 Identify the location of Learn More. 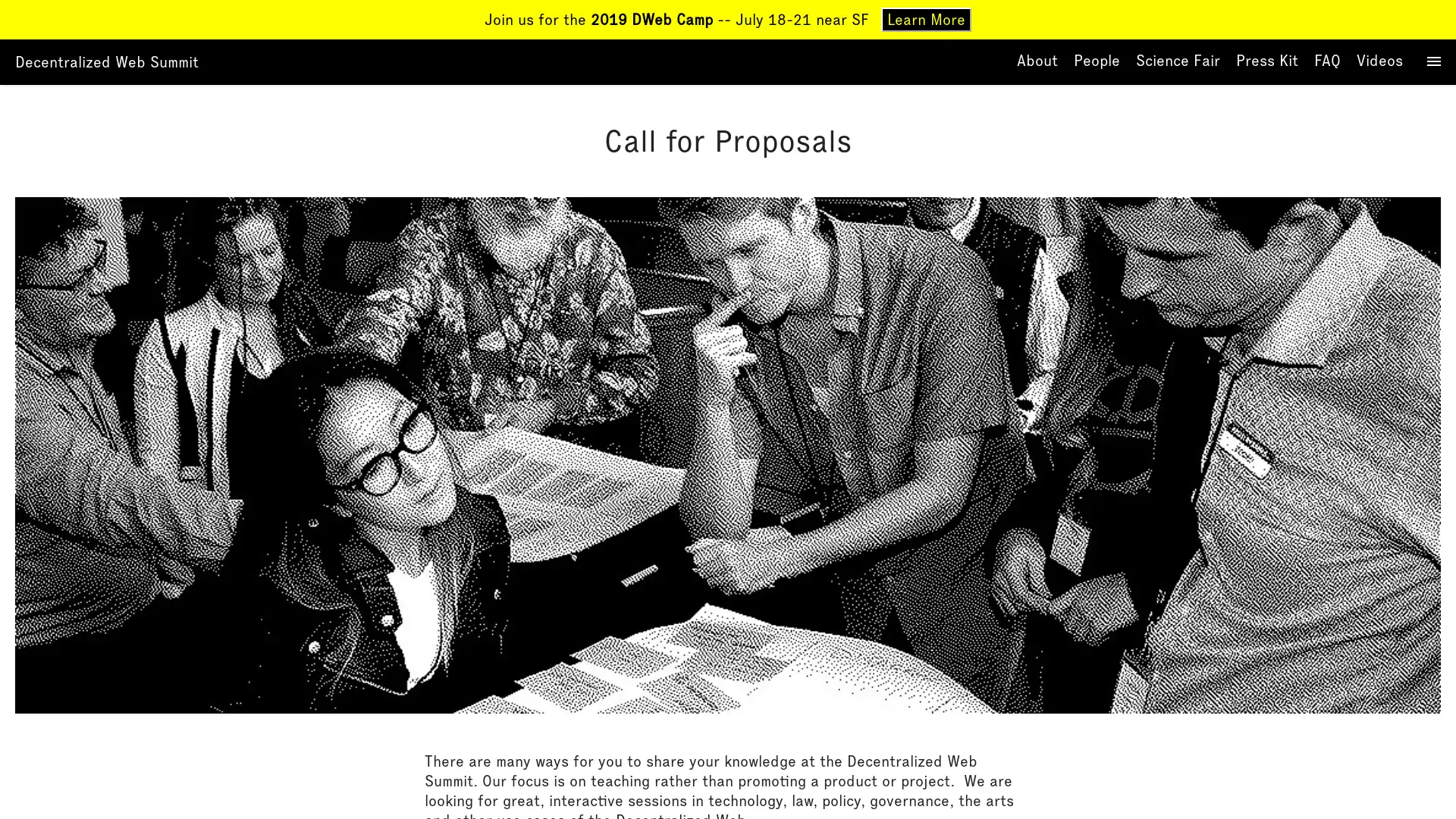
(925, 20).